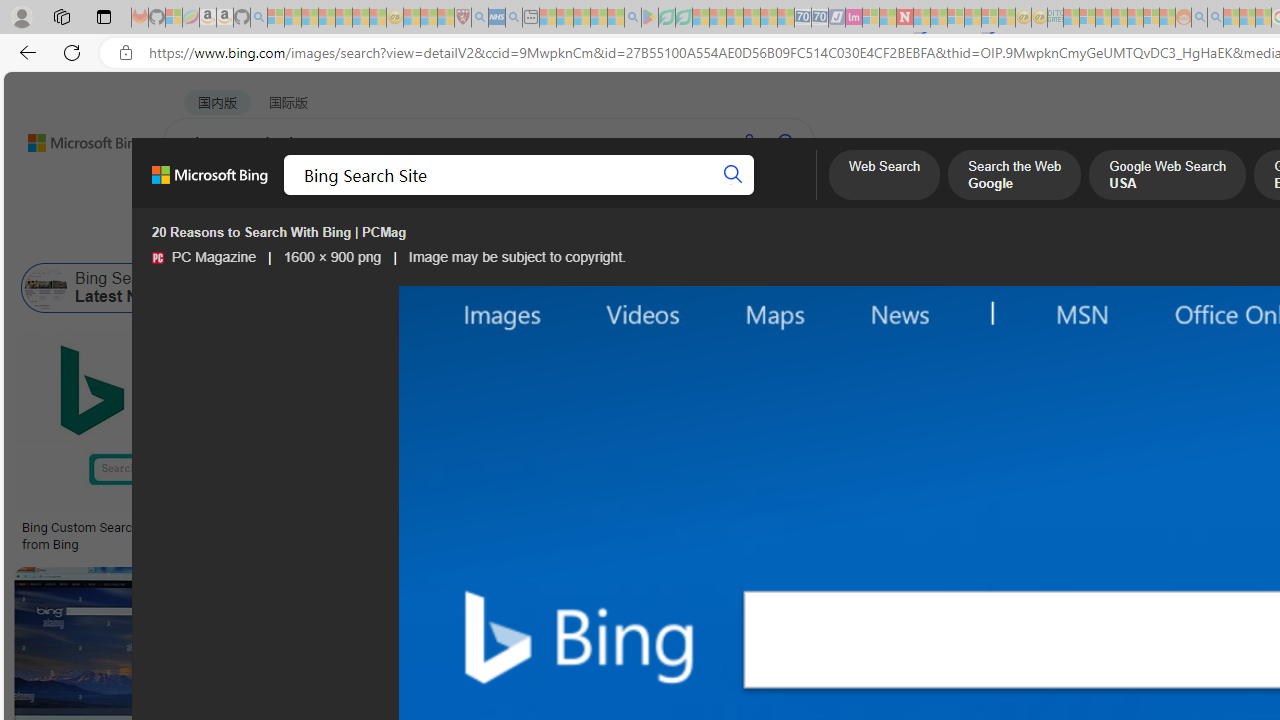 The width and height of the screenshot is (1280, 720). I want to click on 'Search button', so click(732, 174).